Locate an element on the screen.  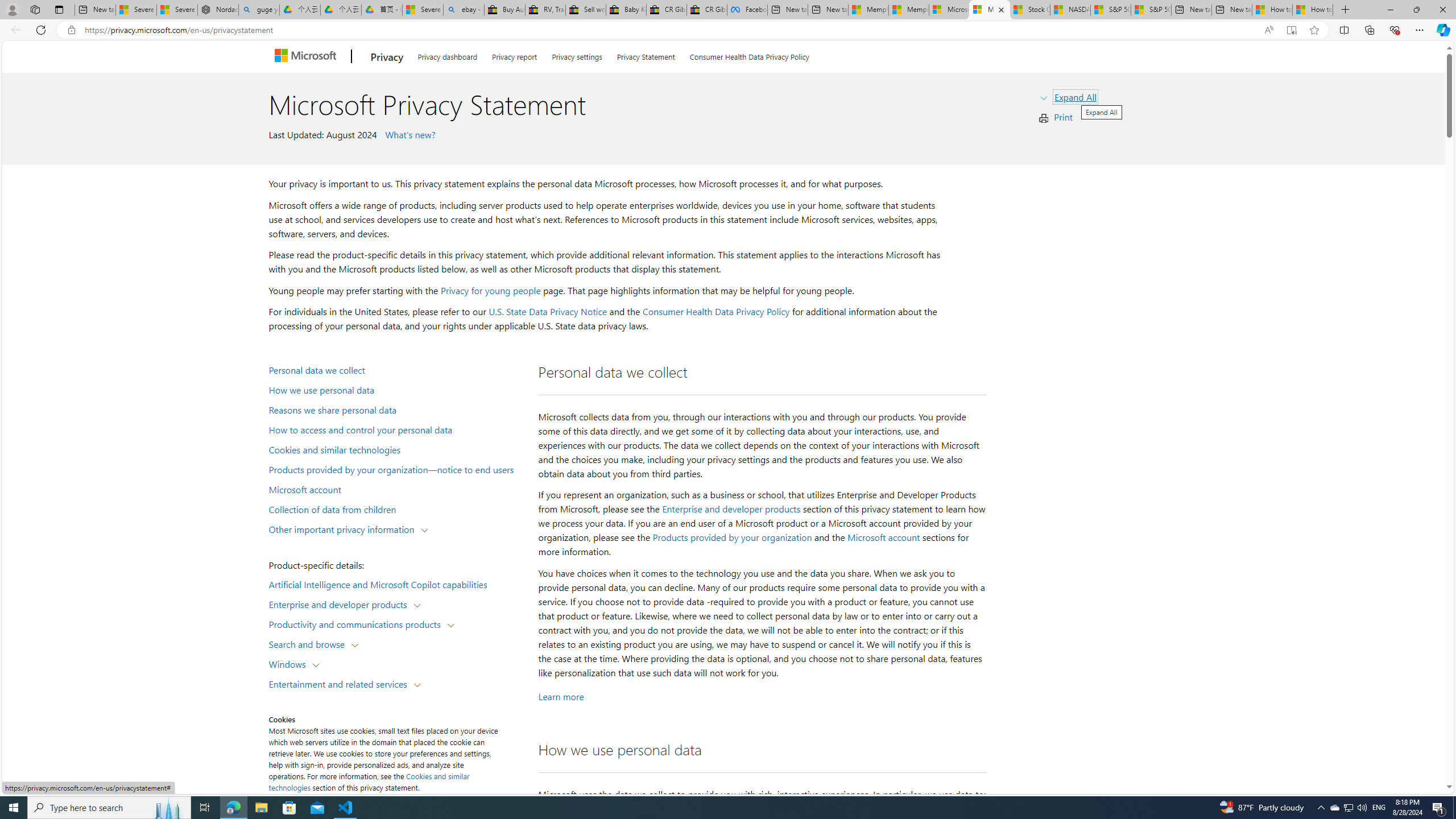
'Microsoft account' is located at coordinates (883, 537).